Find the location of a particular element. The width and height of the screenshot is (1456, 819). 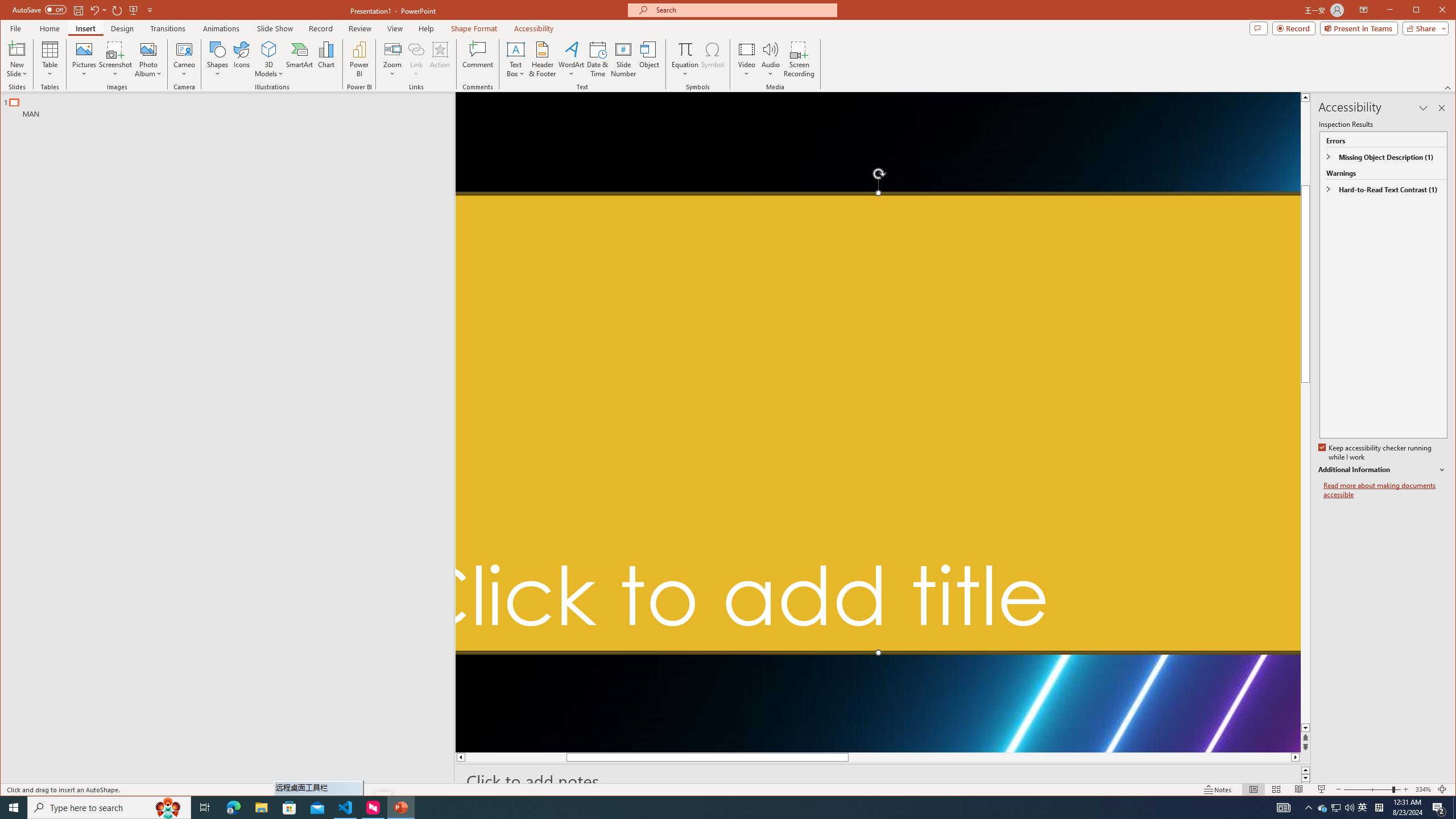

'Header & Footer...' is located at coordinates (542, 59).